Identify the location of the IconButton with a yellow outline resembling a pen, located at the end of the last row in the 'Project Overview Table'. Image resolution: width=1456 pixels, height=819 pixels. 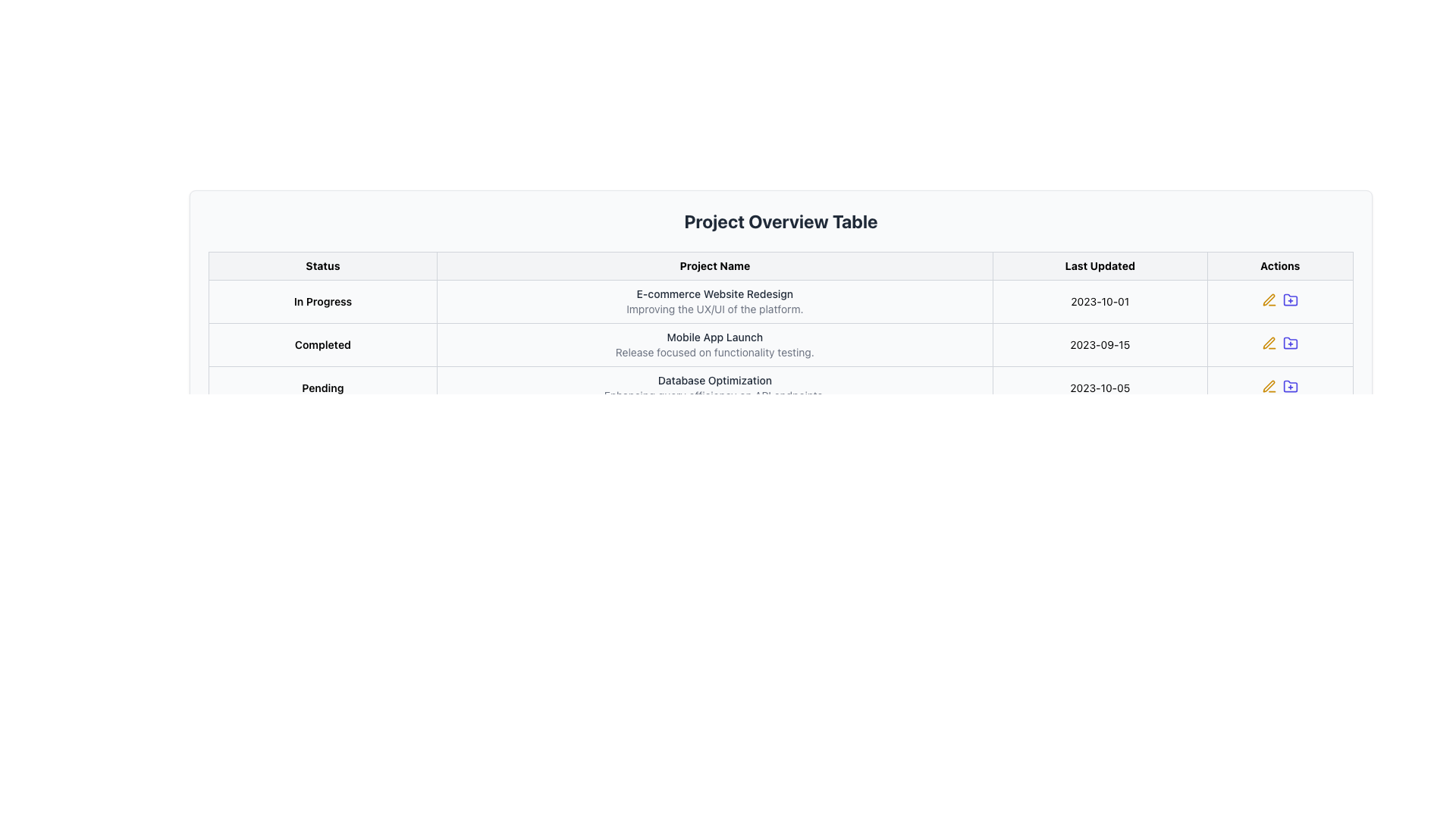
(1269, 385).